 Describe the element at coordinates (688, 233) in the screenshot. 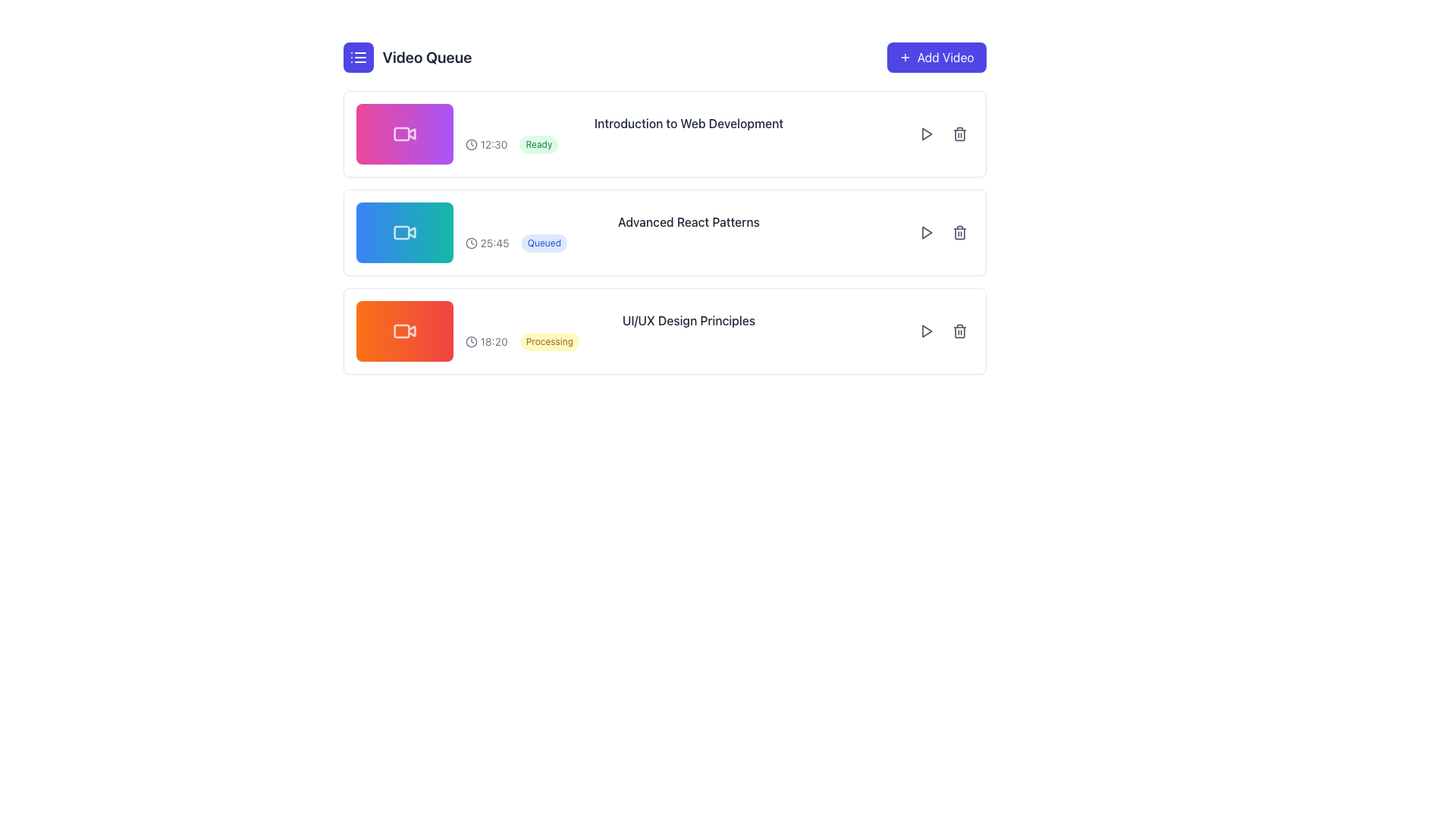

I see `the text label displaying 'Advanced React Patterns' with a status tag saying 'Queued' and a secondary section showing '25:45'. This element is located in the second row of the video queue list, to the right of a gradient tile with a video icon` at that location.